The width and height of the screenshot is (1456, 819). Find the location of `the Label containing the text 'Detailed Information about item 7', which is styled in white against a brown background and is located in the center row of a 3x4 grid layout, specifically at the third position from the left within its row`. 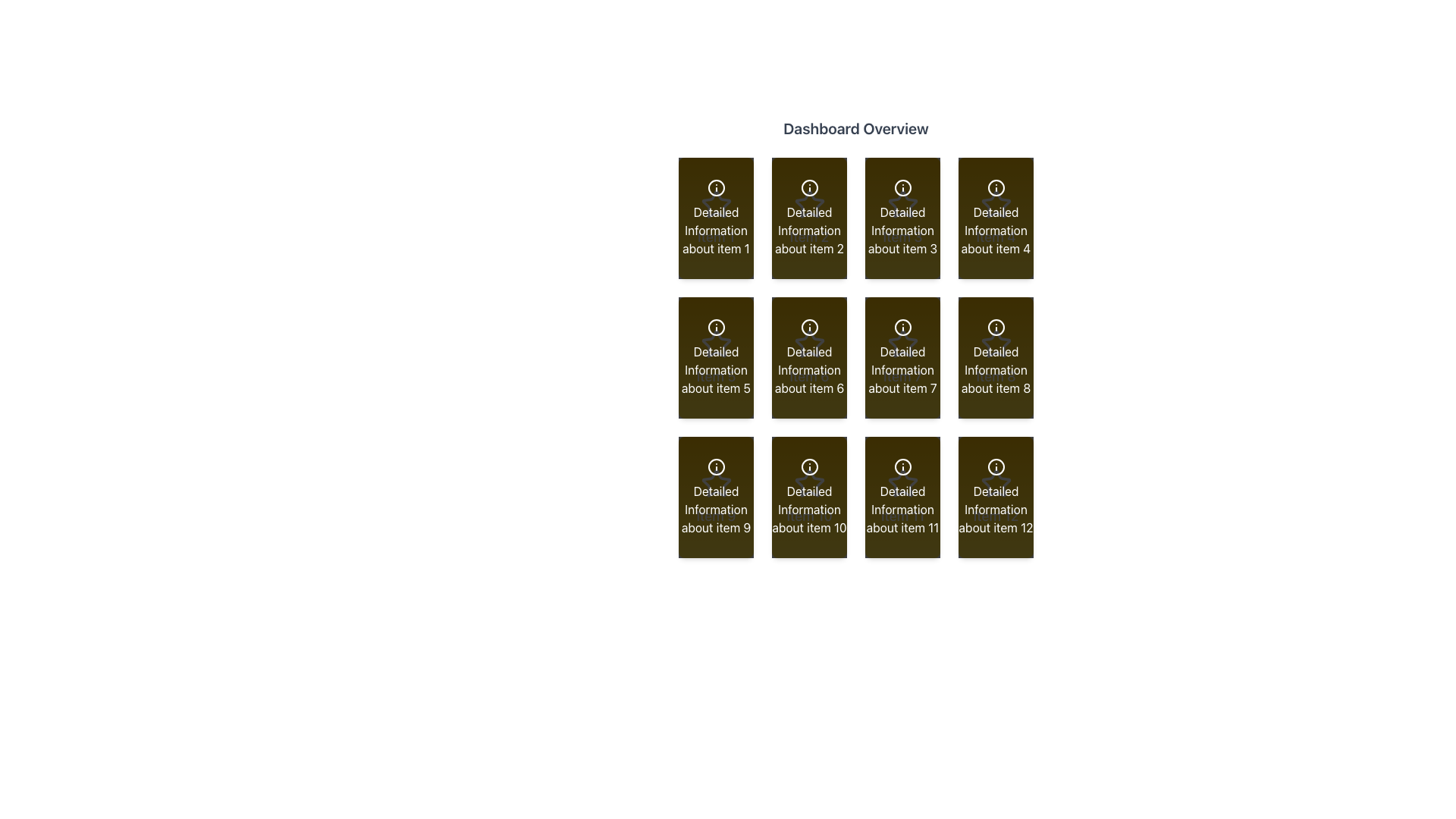

the Label containing the text 'Detailed Information about item 7', which is styled in white against a brown background and is located in the center row of a 3x4 grid layout, specifically at the third position from the left within its row is located at coordinates (902, 370).